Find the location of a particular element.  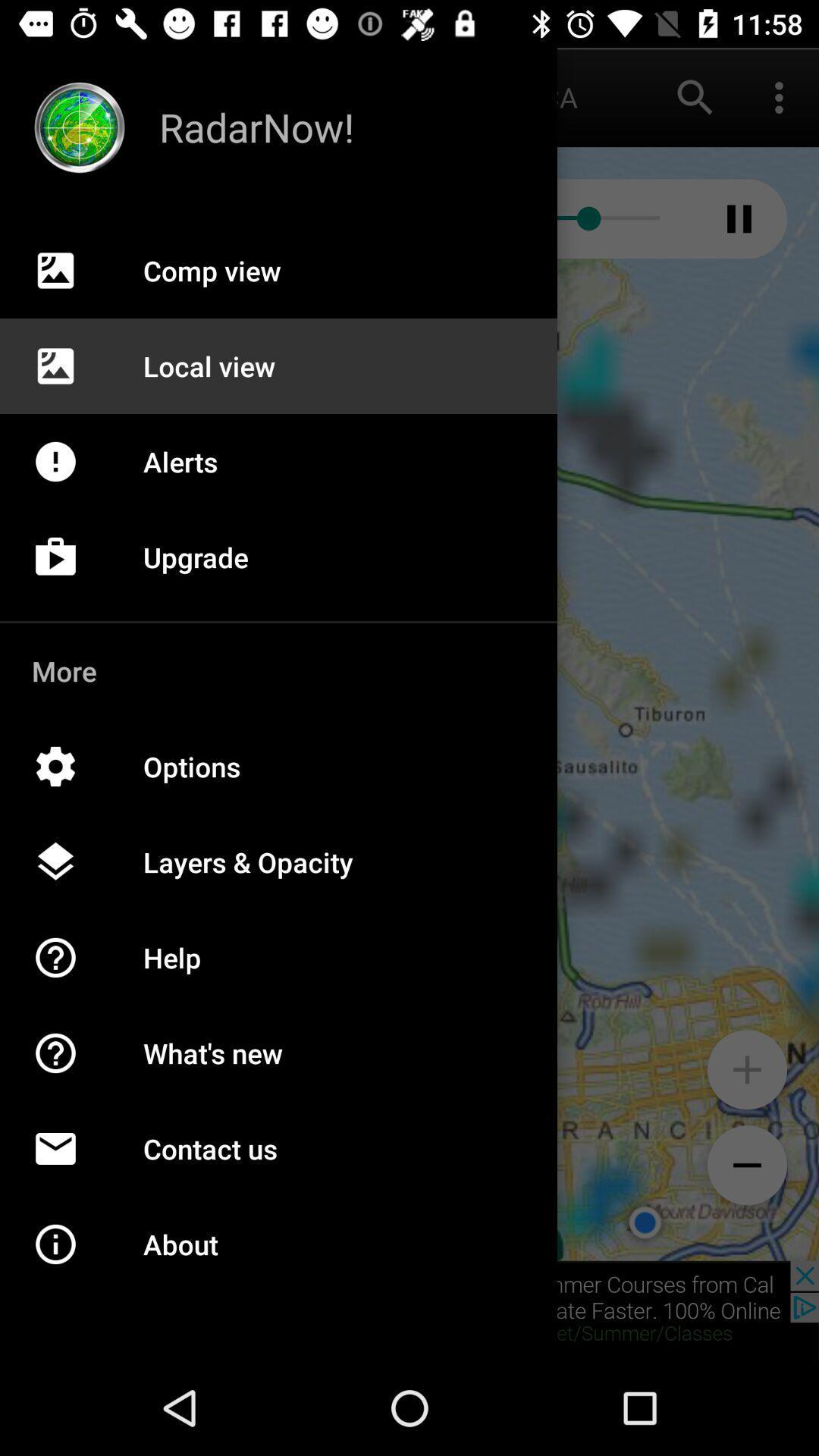

the help icon is located at coordinates (71, 1068).